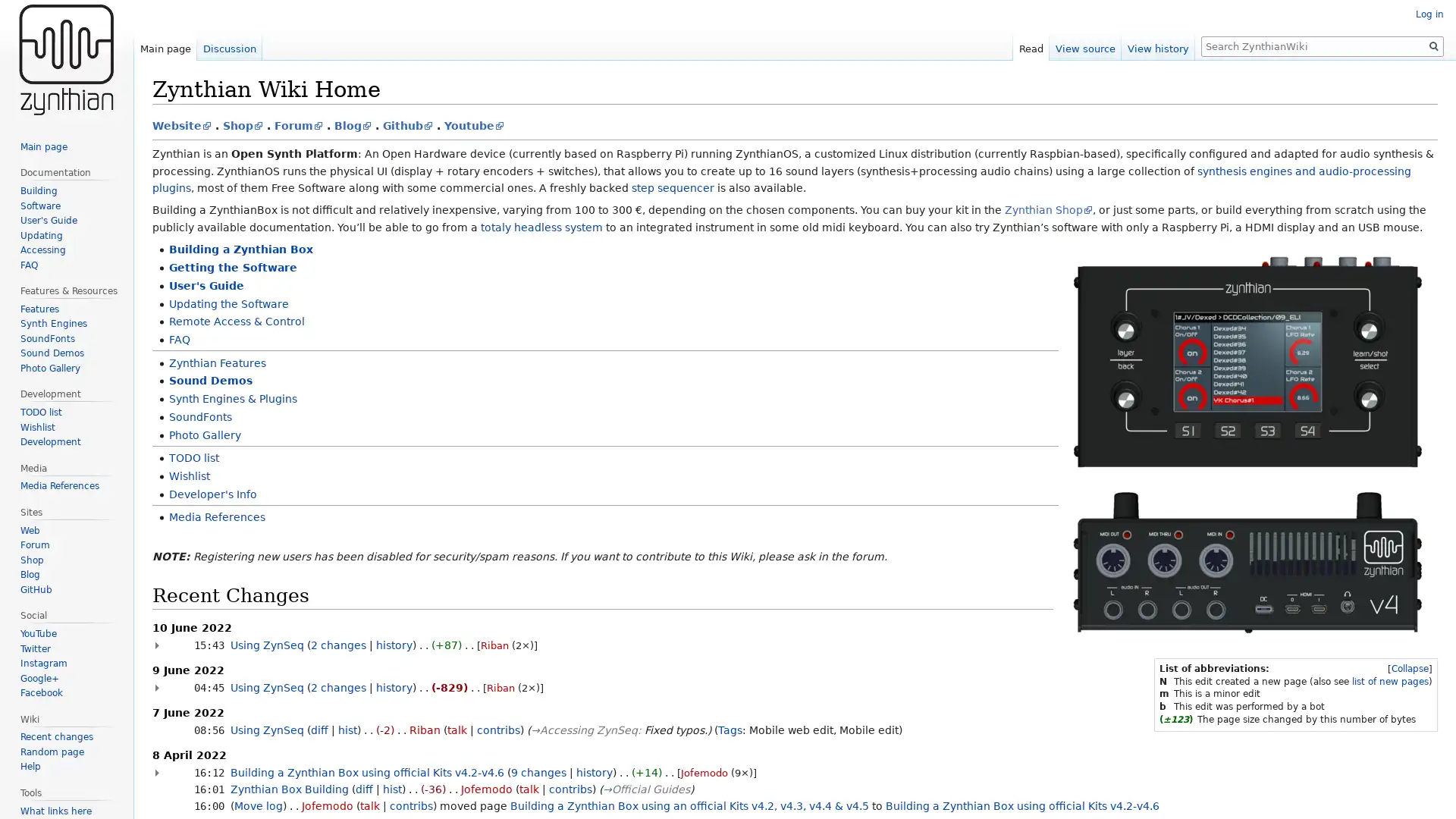 The height and width of the screenshot is (819, 1456). What do you see at coordinates (1409, 668) in the screenshot?
I see `[Collapse]` at bounding box center [1409, 668].